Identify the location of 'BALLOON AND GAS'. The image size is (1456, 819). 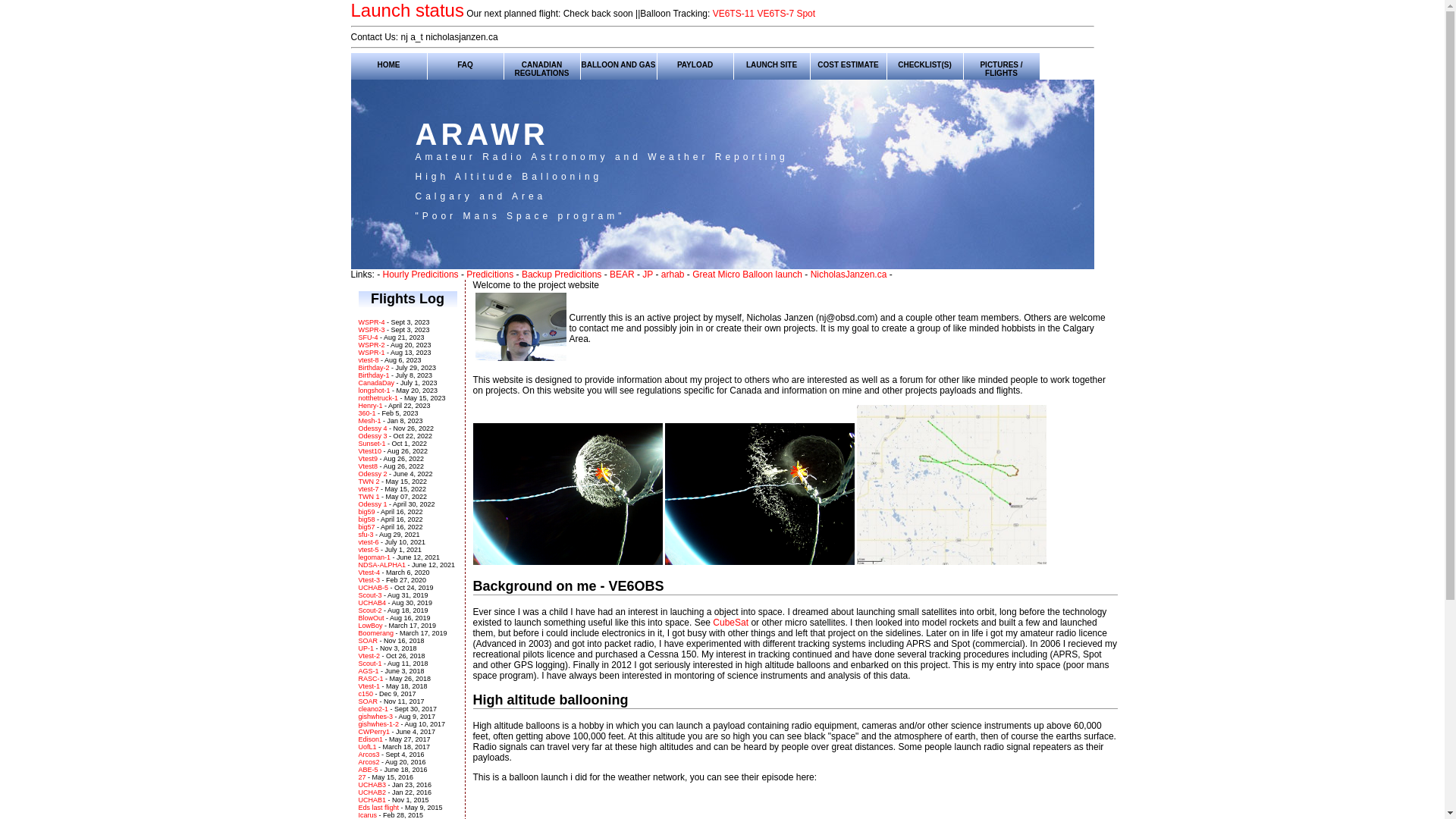
(619, 63).